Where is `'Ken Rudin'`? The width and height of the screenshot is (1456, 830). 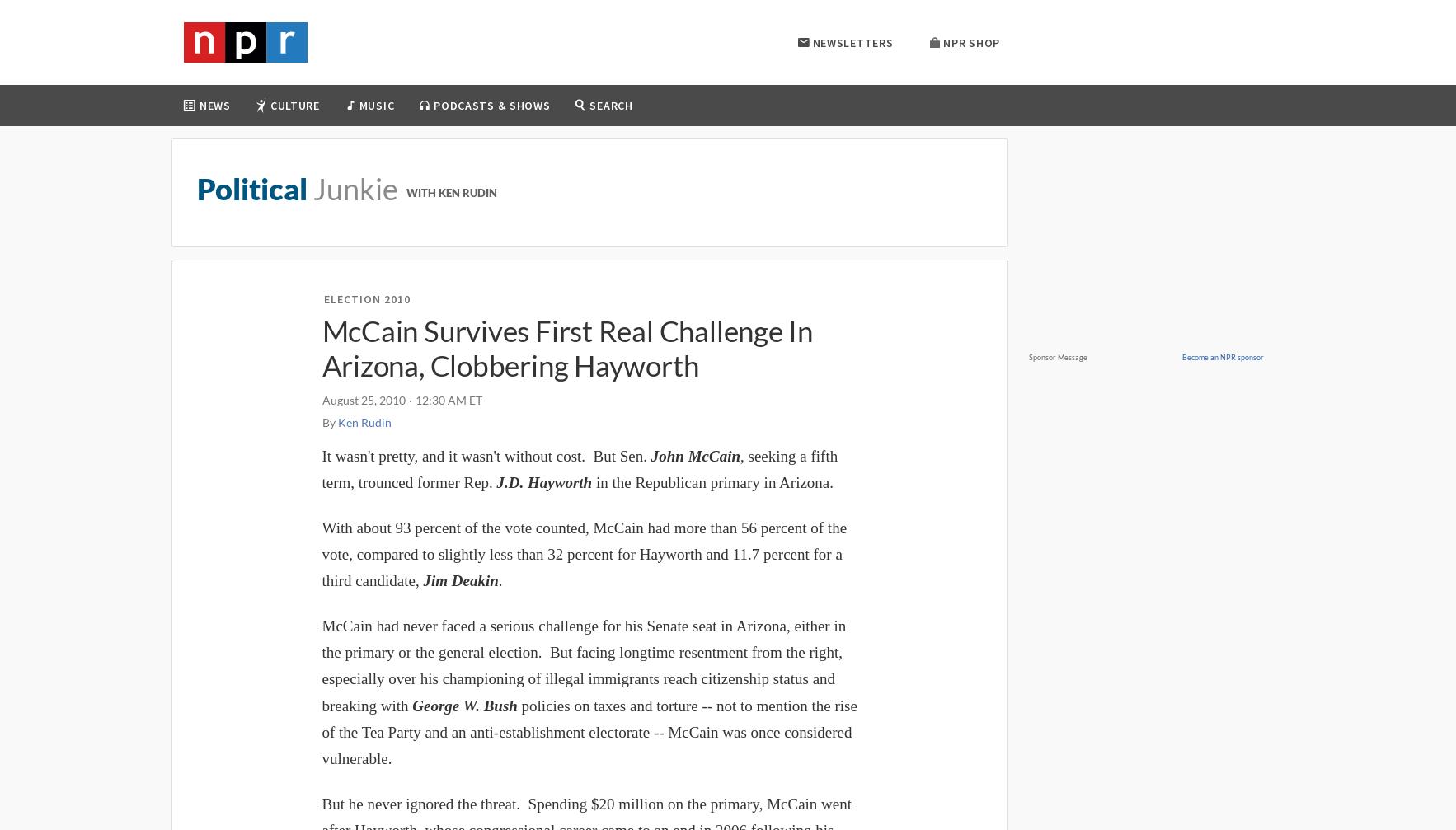 'Ken Rudin' is located at coordinates (363, 421).